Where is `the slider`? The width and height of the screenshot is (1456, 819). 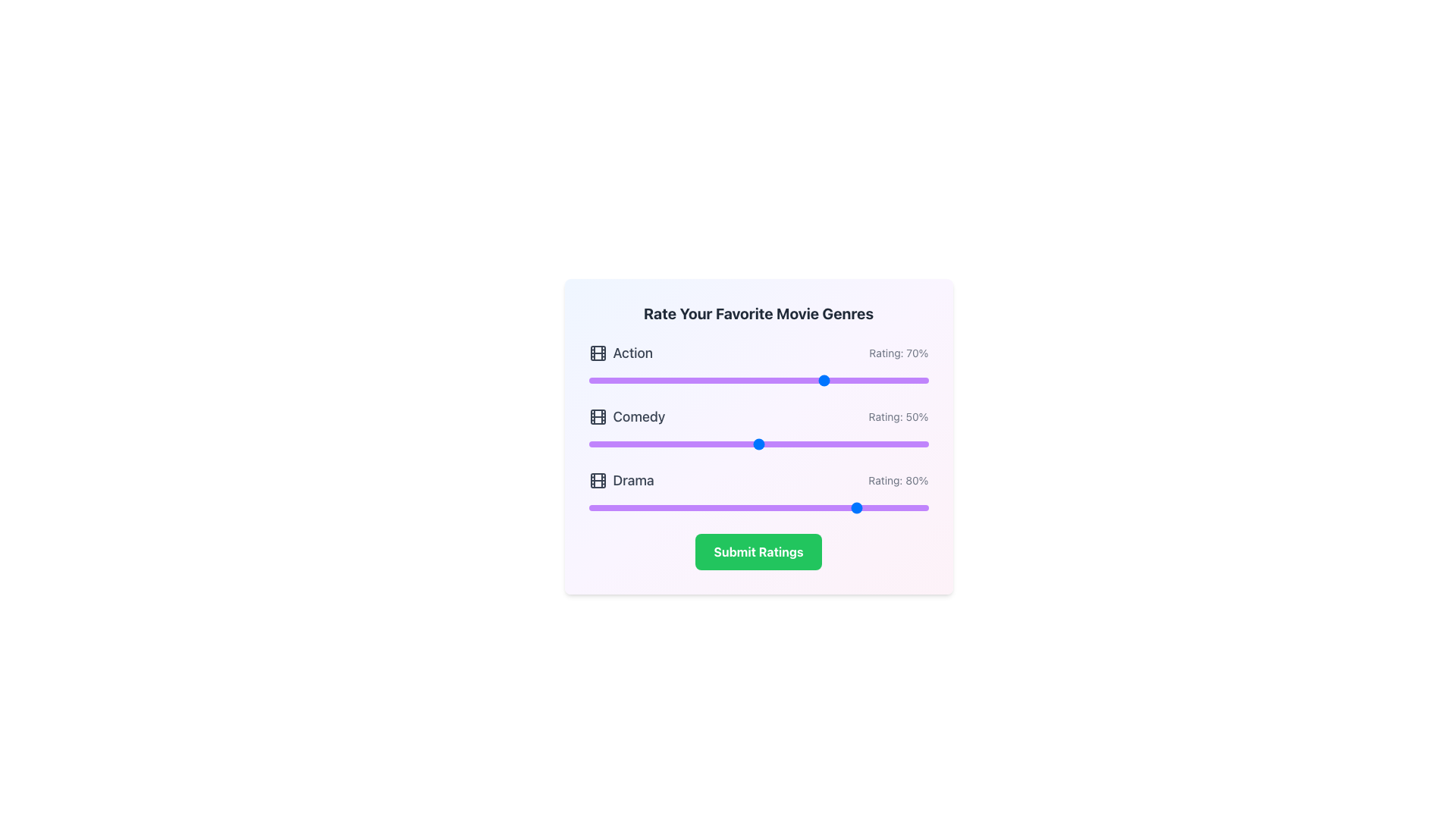 the slider is located at coordinates (667, 444).